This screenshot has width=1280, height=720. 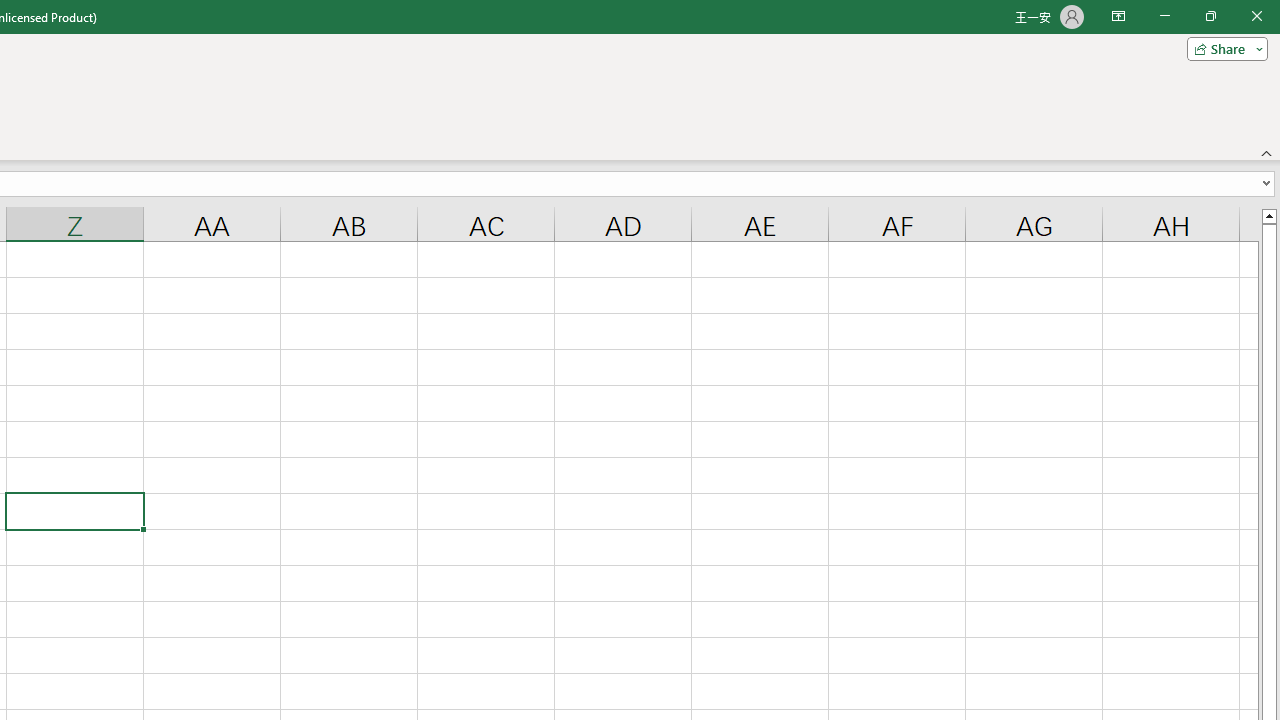 What do you see at coordinates (1164, 16) in the screenshot?
I see `'Minimize'` at bounding box center [1164, 16].